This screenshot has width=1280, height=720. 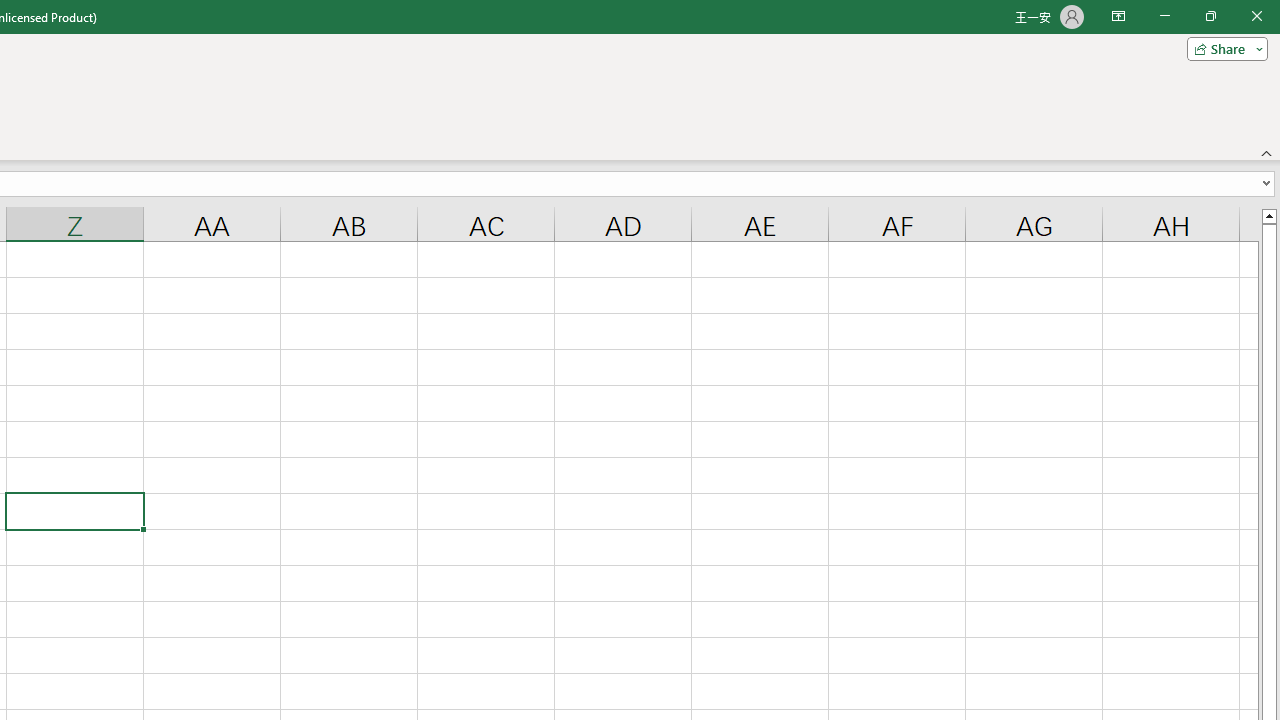 What do you see at coordinates (1164, 16) in the screenshot?
I see `'Minimize'` at bounding box center [1164, 16].